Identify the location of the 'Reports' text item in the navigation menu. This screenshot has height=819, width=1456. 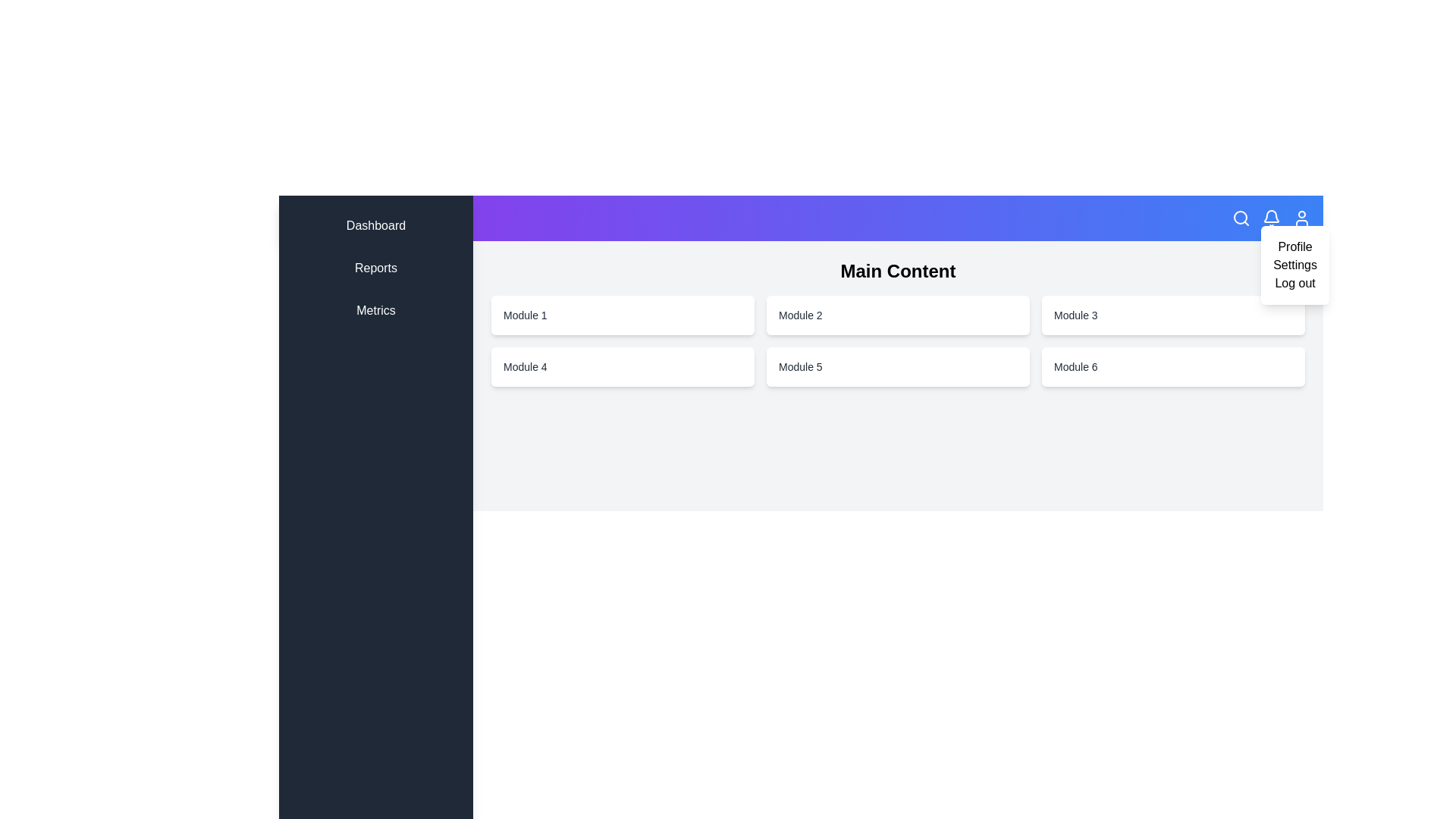
(375, 268).